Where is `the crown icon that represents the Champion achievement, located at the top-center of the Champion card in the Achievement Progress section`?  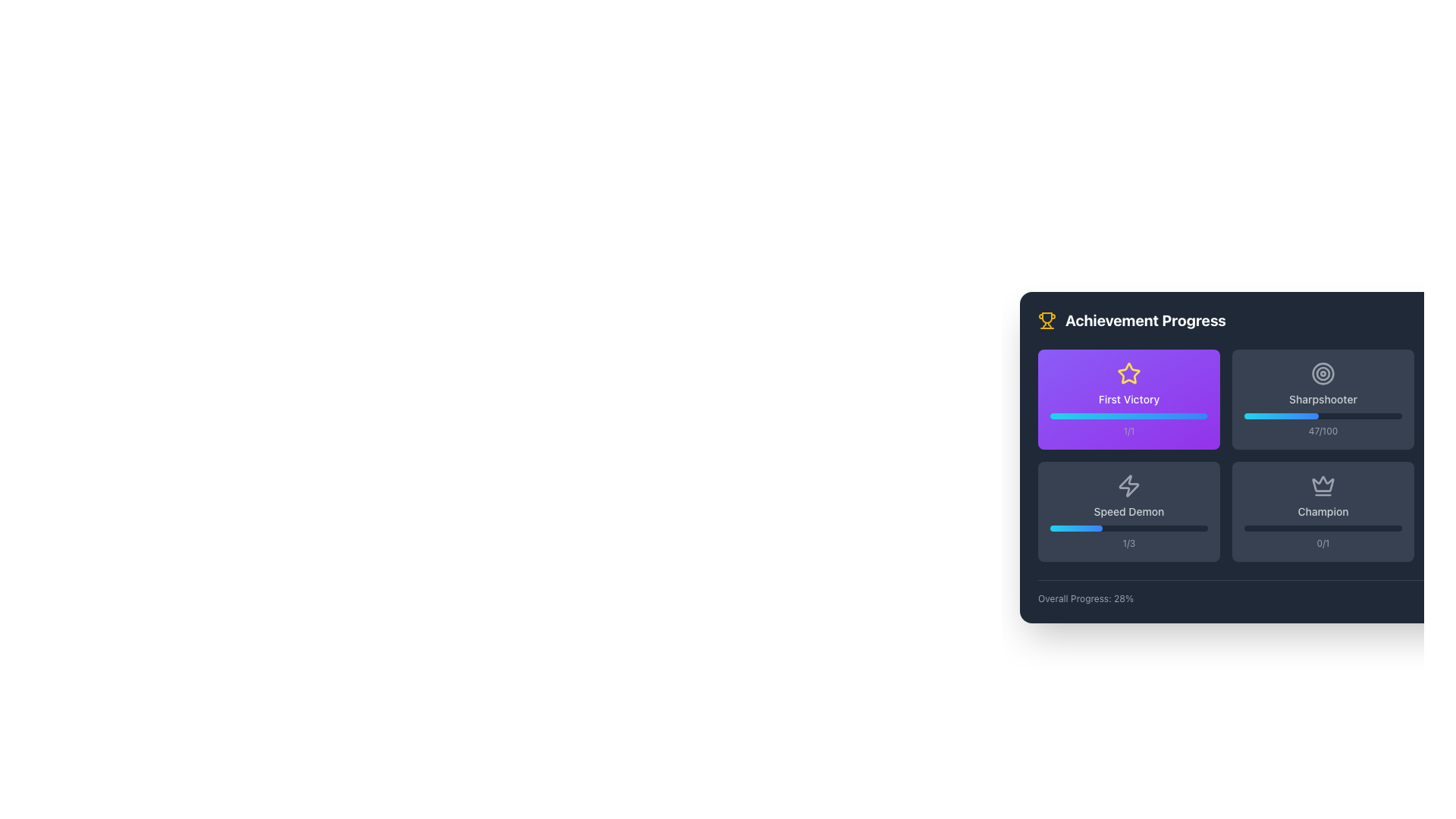 the crown icon that represents the Champion achievement, located at the top-center of the Champion card in the Achievement Progress section is located at coordinates (1323, 484).